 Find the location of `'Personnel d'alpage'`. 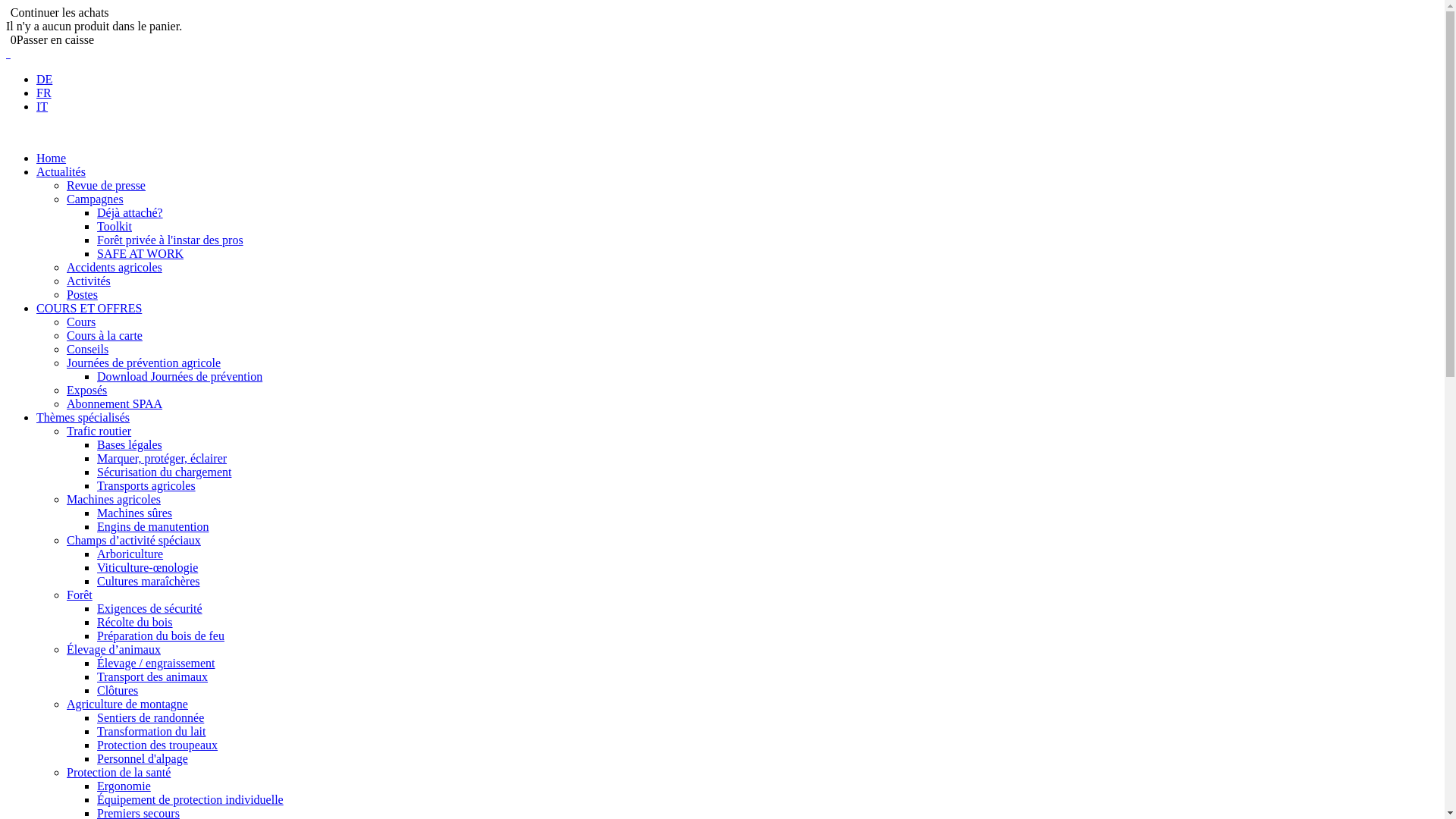

'Personnel d'alpage' is located at coordinates (142, 758).